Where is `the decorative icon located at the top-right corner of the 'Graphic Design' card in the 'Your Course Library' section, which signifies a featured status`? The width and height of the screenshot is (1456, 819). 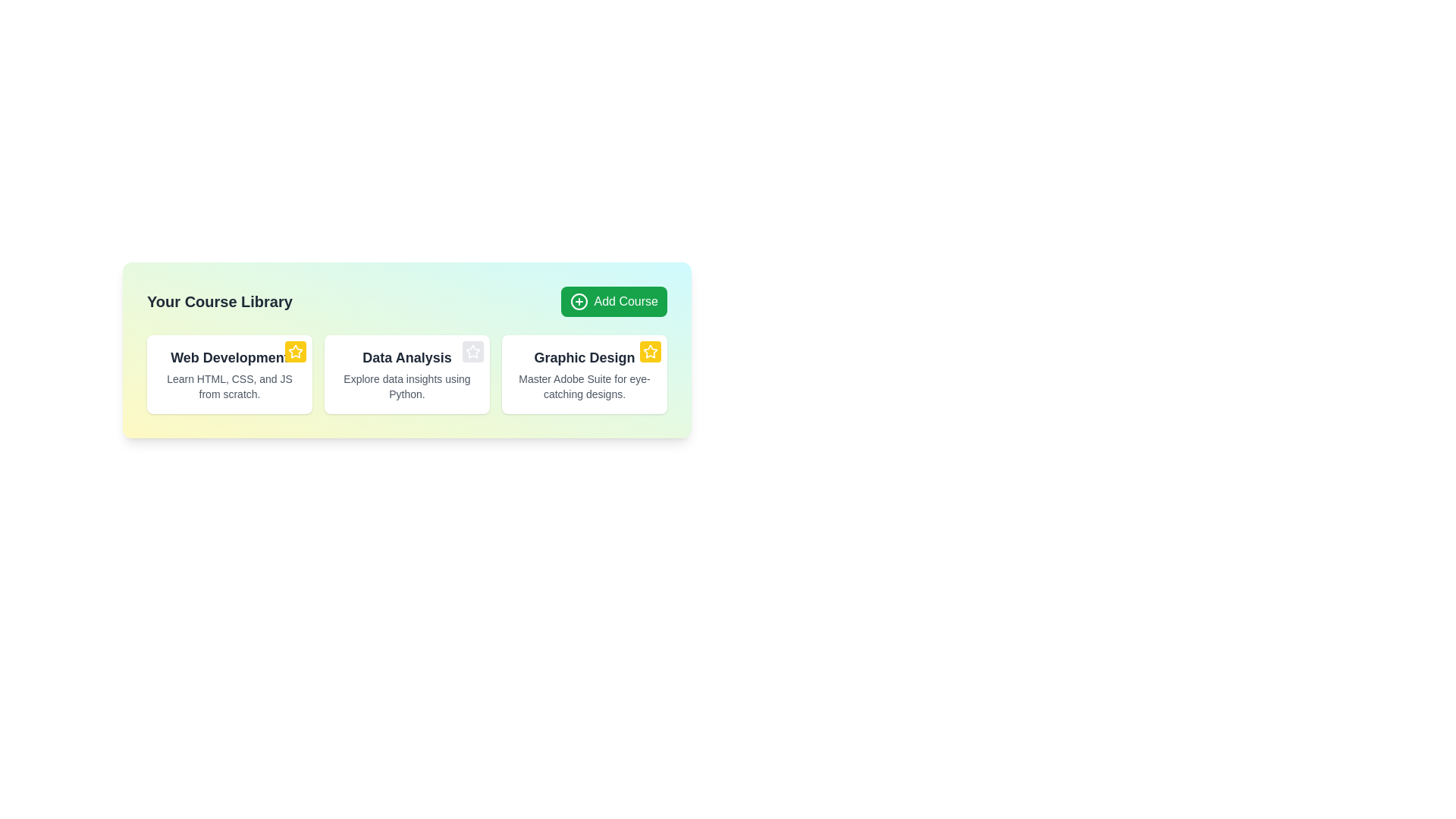
the decorative icon located at the top-right corner of the 'Graphic Design' card in the 'Your Course Library' section, which signifies a featured status is located at coordinates (651, 351).